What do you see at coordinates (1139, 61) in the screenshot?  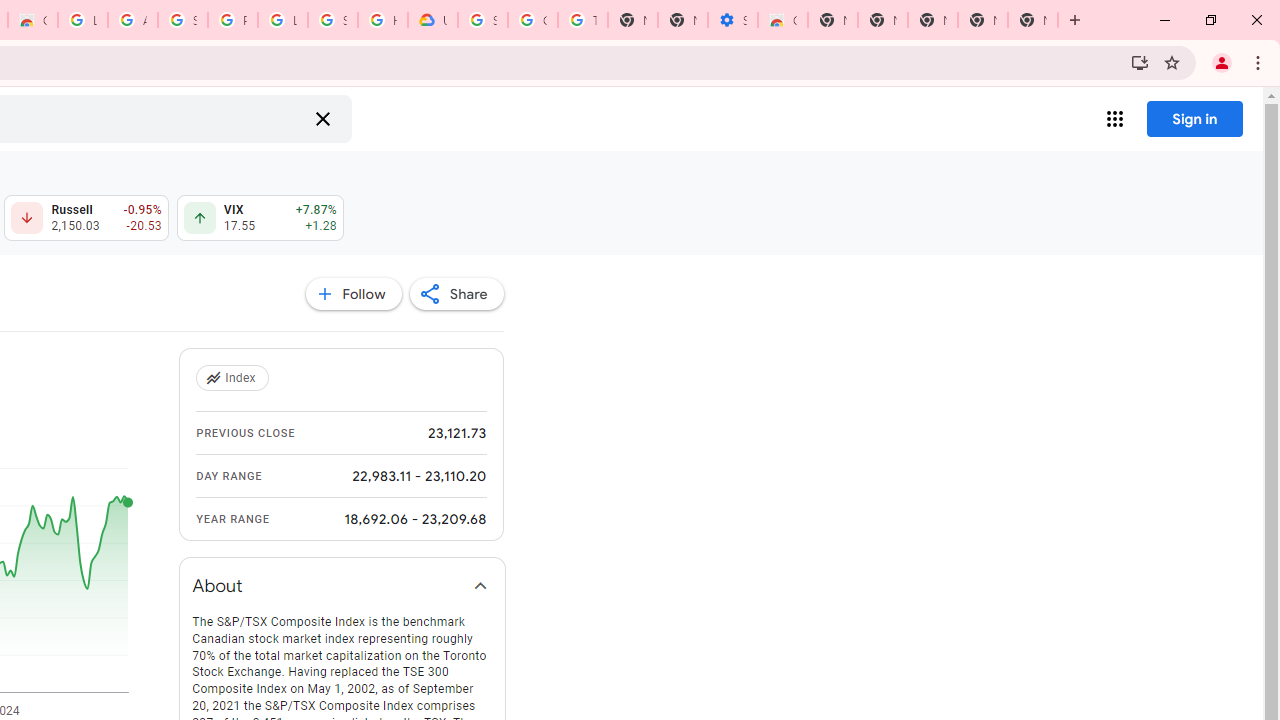 I see `'Install Google Finance'` at bounding box center [1139, 61].